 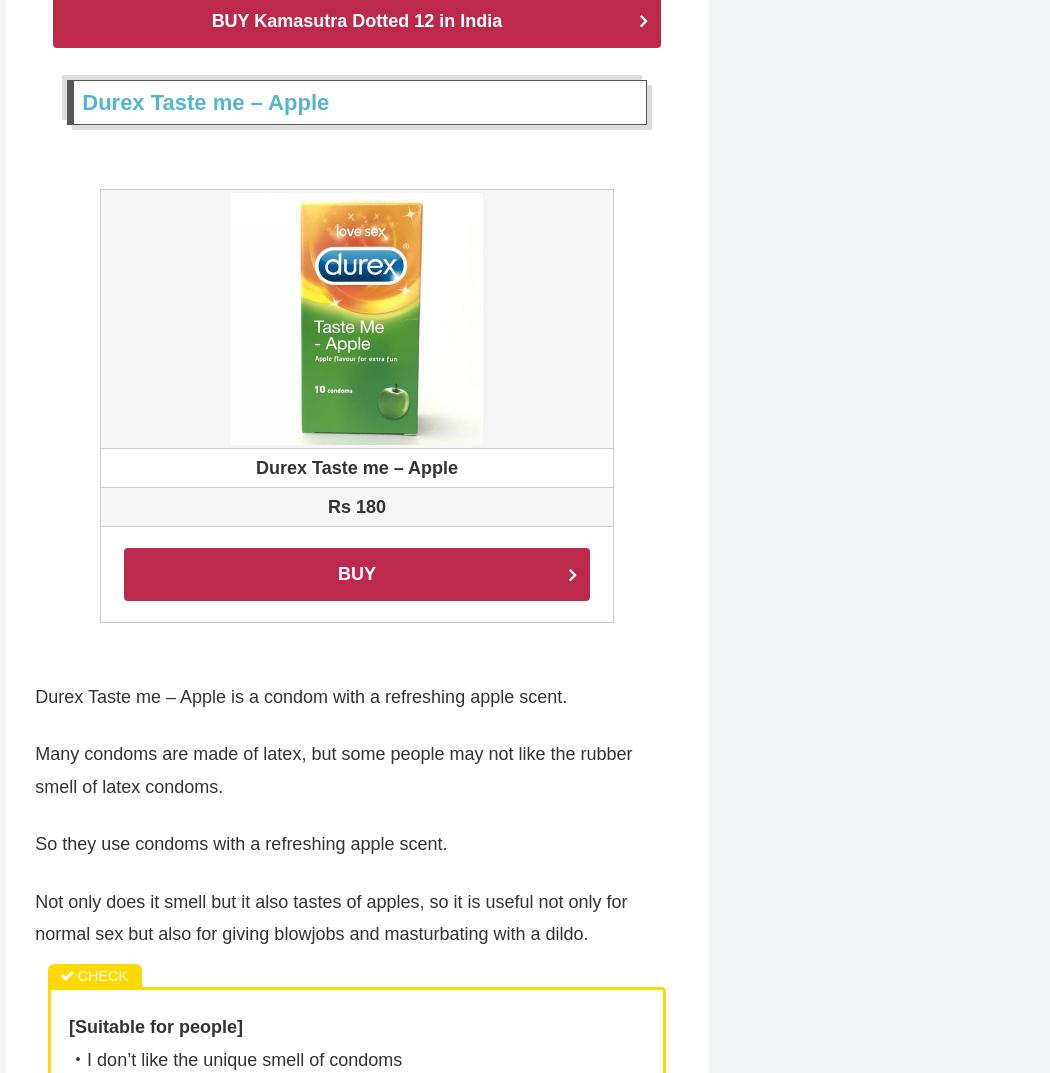 I want to click on 'Not only does it smell but it also tastes of apples, so it is useful not only for normal sex but also for giving blowjobs and masturbating with a dildo.', so click(x=34, y=919).